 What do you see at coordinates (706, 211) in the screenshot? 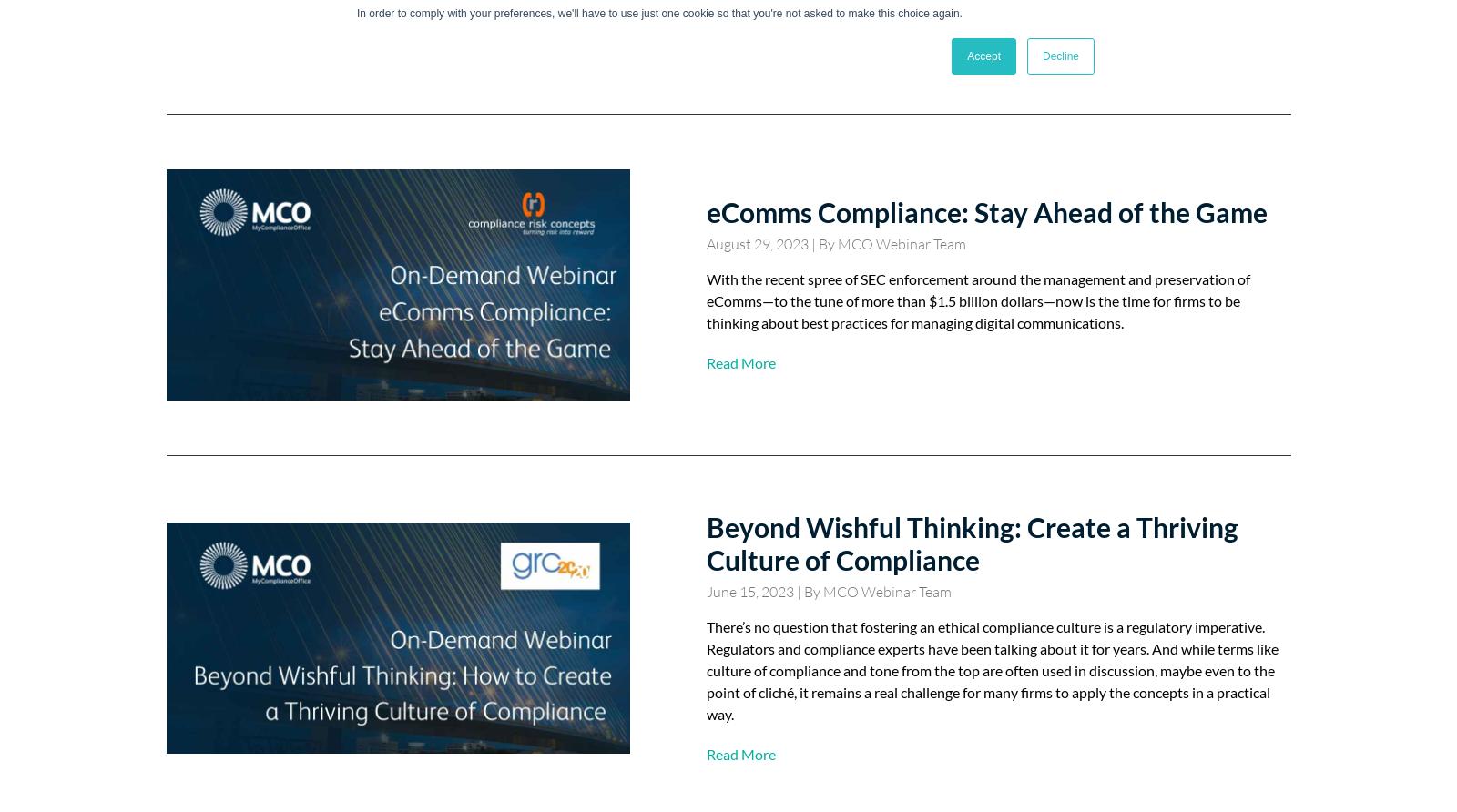
I see `'eComms Compliance: Stay Ahead of the Game'` at bounding box center [706, 211].